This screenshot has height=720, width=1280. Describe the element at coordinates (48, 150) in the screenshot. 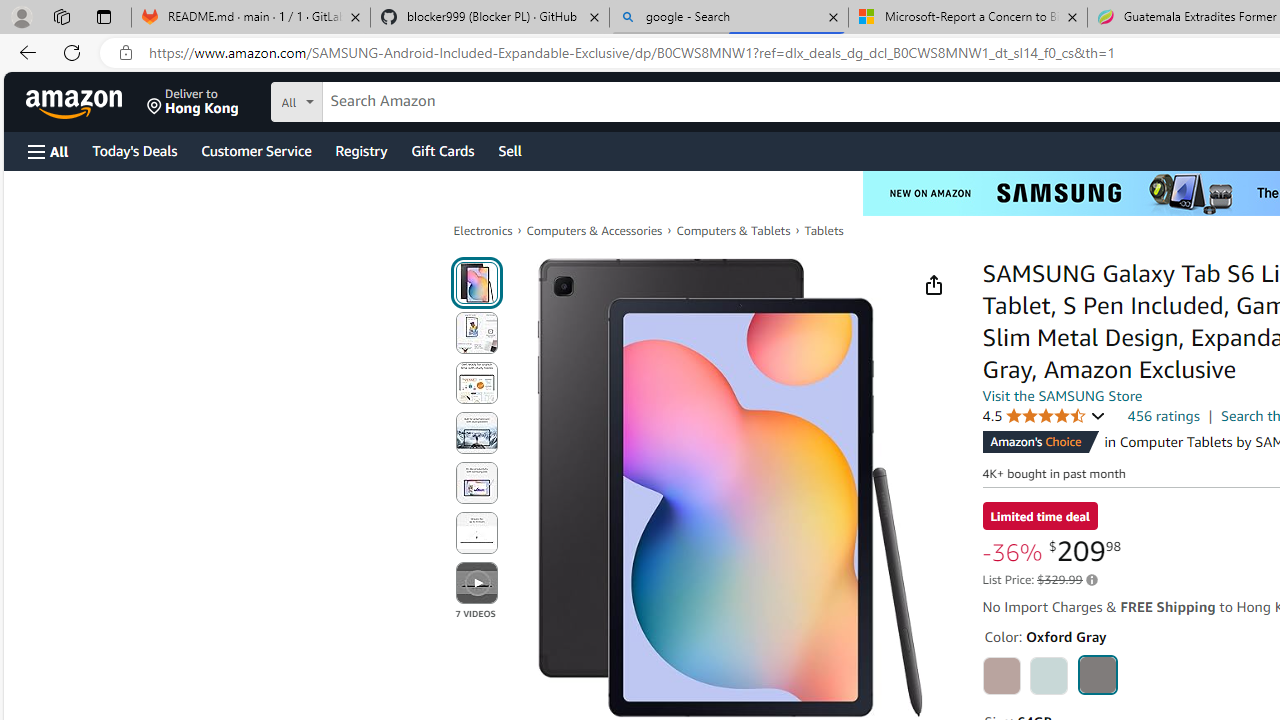

I see `'Open Menu'` at that location.